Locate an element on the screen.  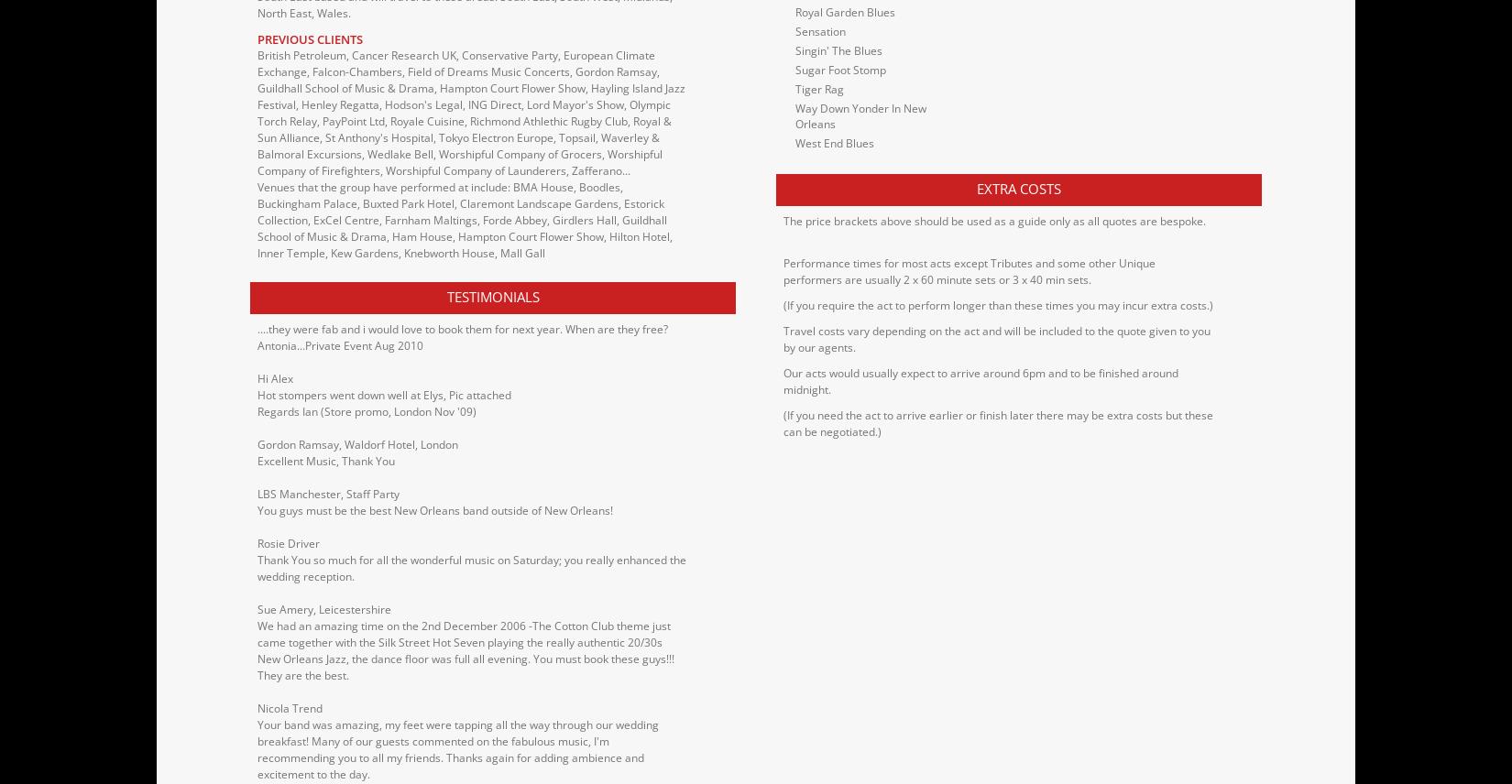
'Tiger Rag' is located at coordinates (819, 88).